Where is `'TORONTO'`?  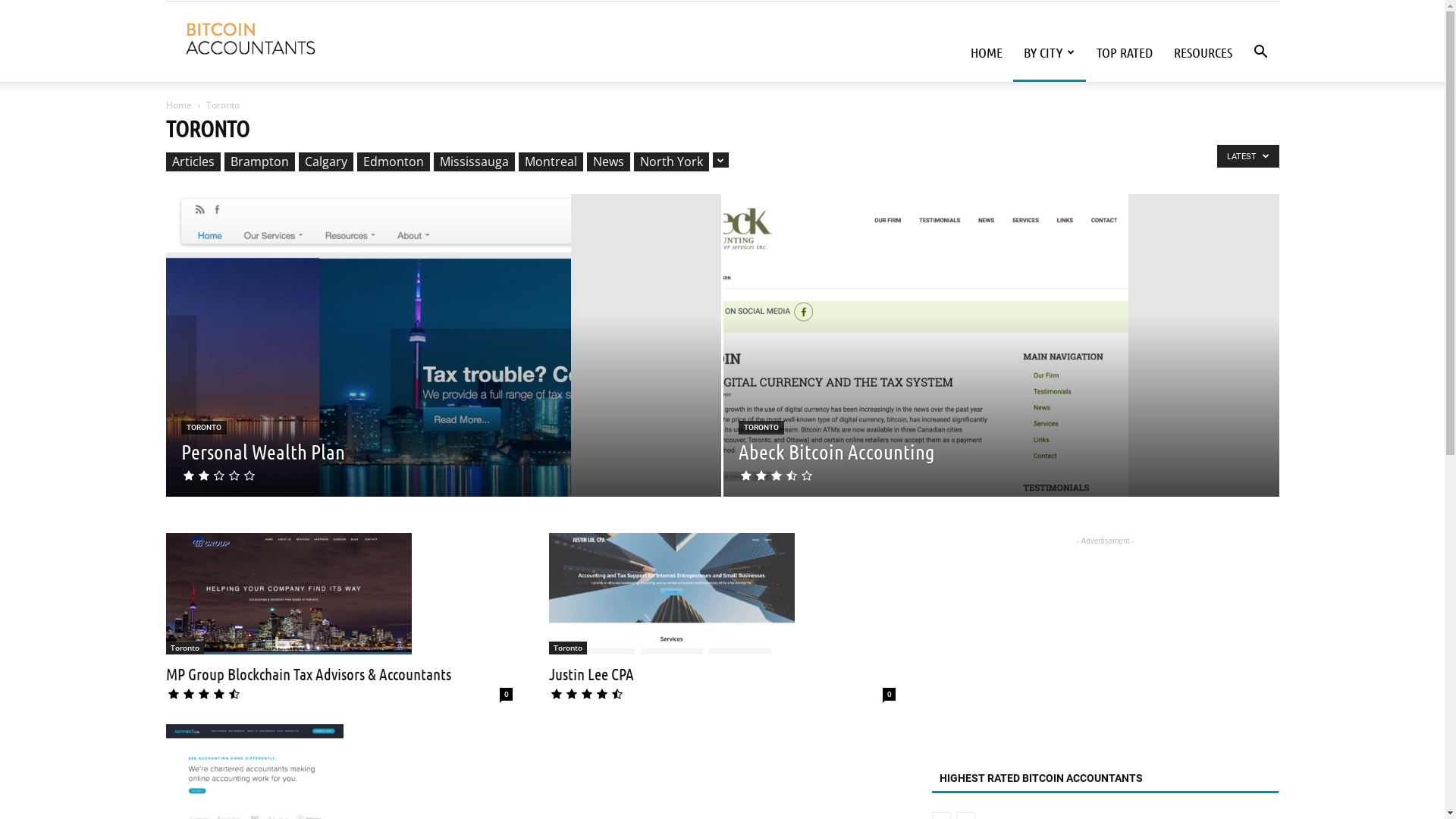
'TORONTO' is located at coordinates (761, 427).